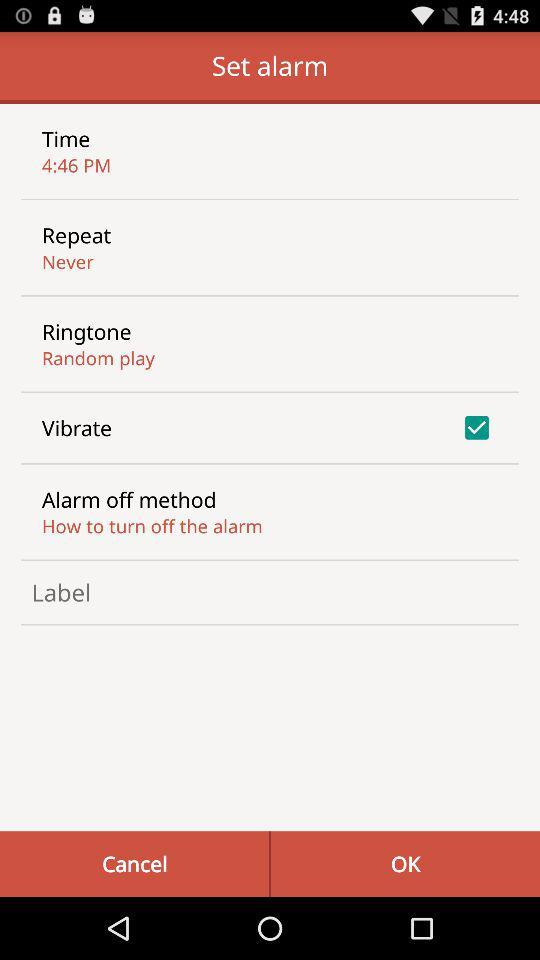  I want to click on the icon above the vibrate app, so click(97, 358).